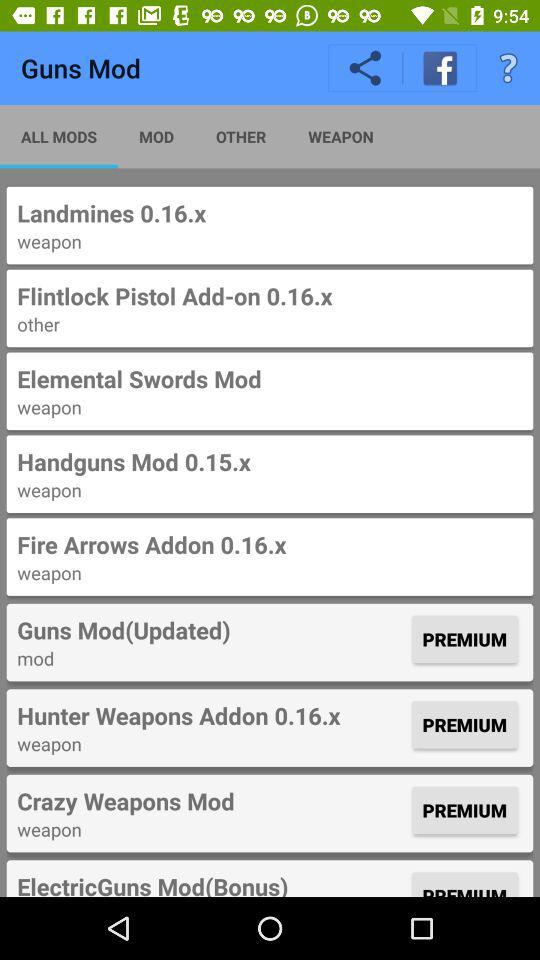 This screenshot has width=540, height=960. Describe the element at coordinates (211, 882) in the screenshot. I see `the item to the left of premium` at that location.